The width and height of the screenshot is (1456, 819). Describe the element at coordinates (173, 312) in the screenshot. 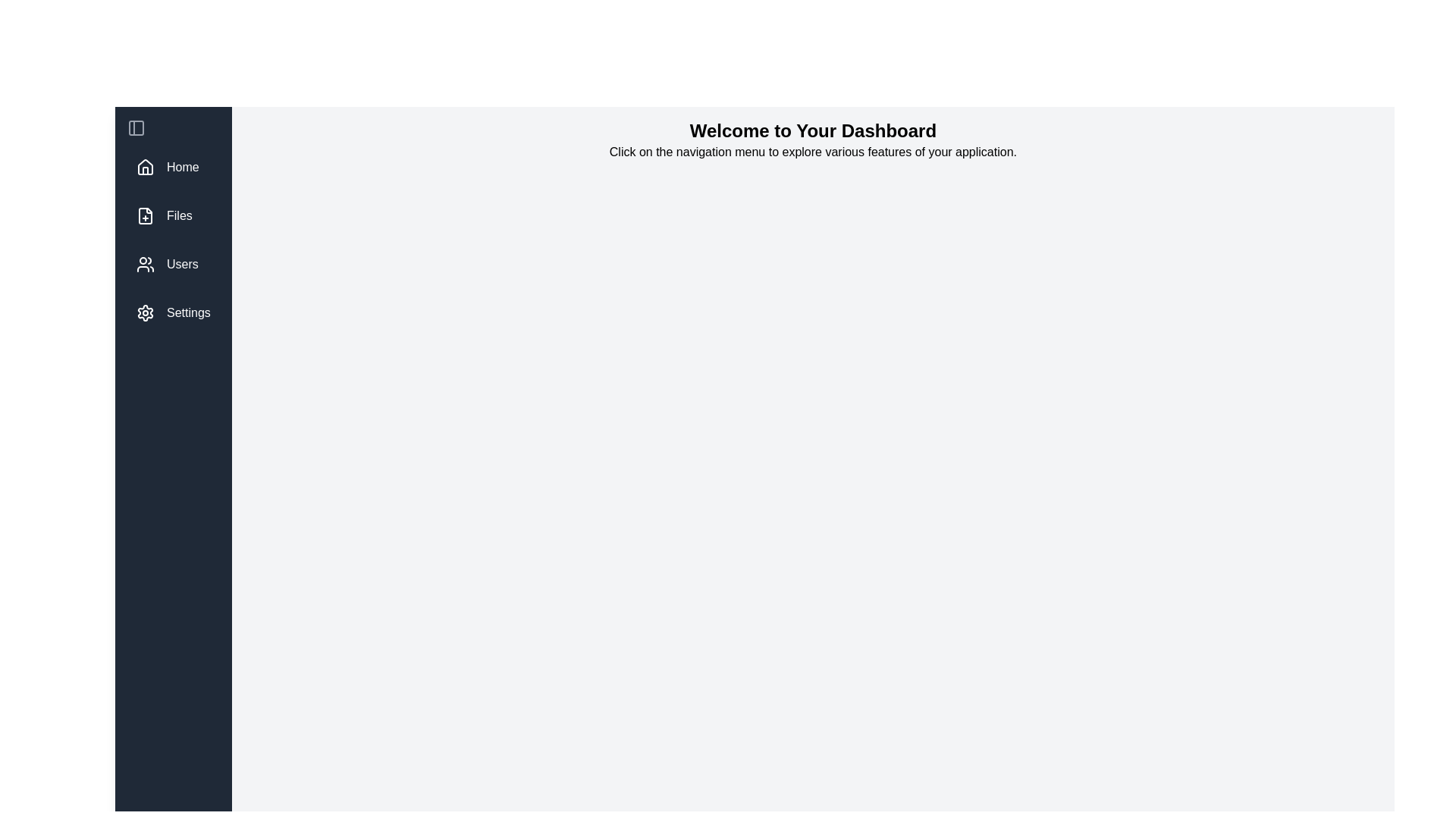

I see `the 'Settings' navigation menu item located at the bottom of the vertical menu, featuring a gear icon and white text on a dark gray background` at that location.